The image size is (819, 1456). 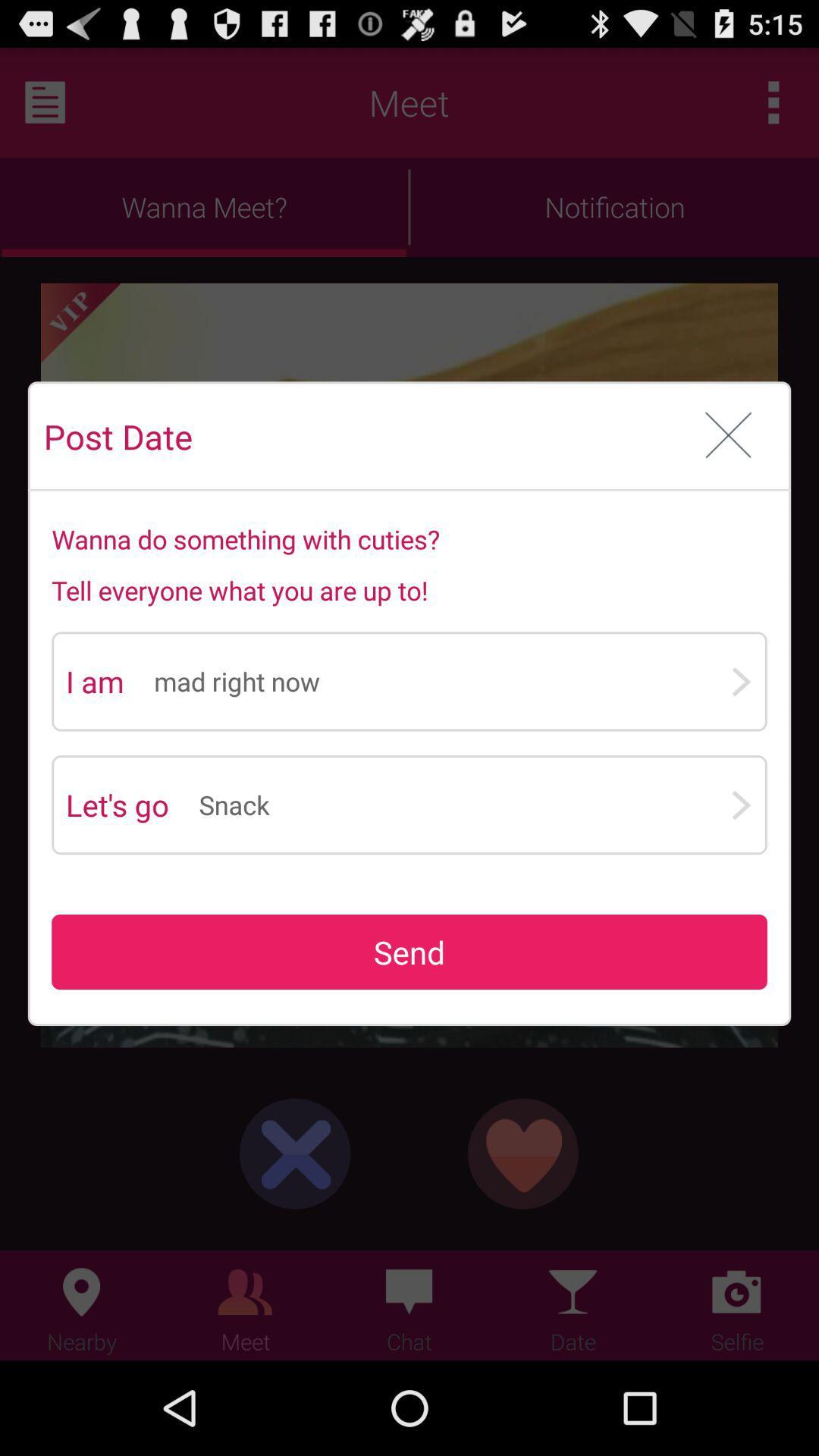 I want to click on the item to the right of the i am item, so click(x=442, y=680).